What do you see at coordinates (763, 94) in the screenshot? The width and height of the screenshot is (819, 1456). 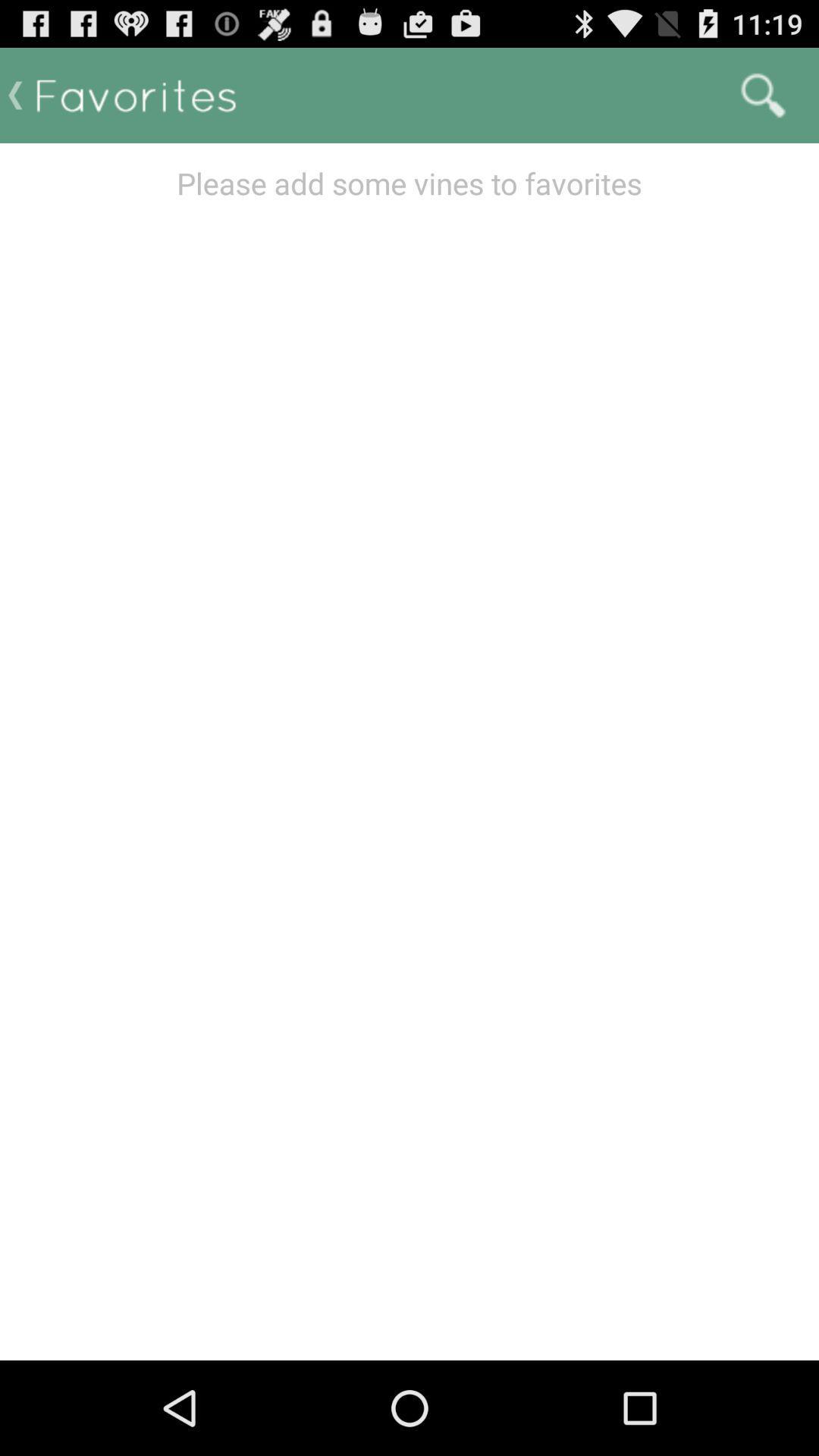 I see `icon at the top right corner` at bounding box center [763, 94].